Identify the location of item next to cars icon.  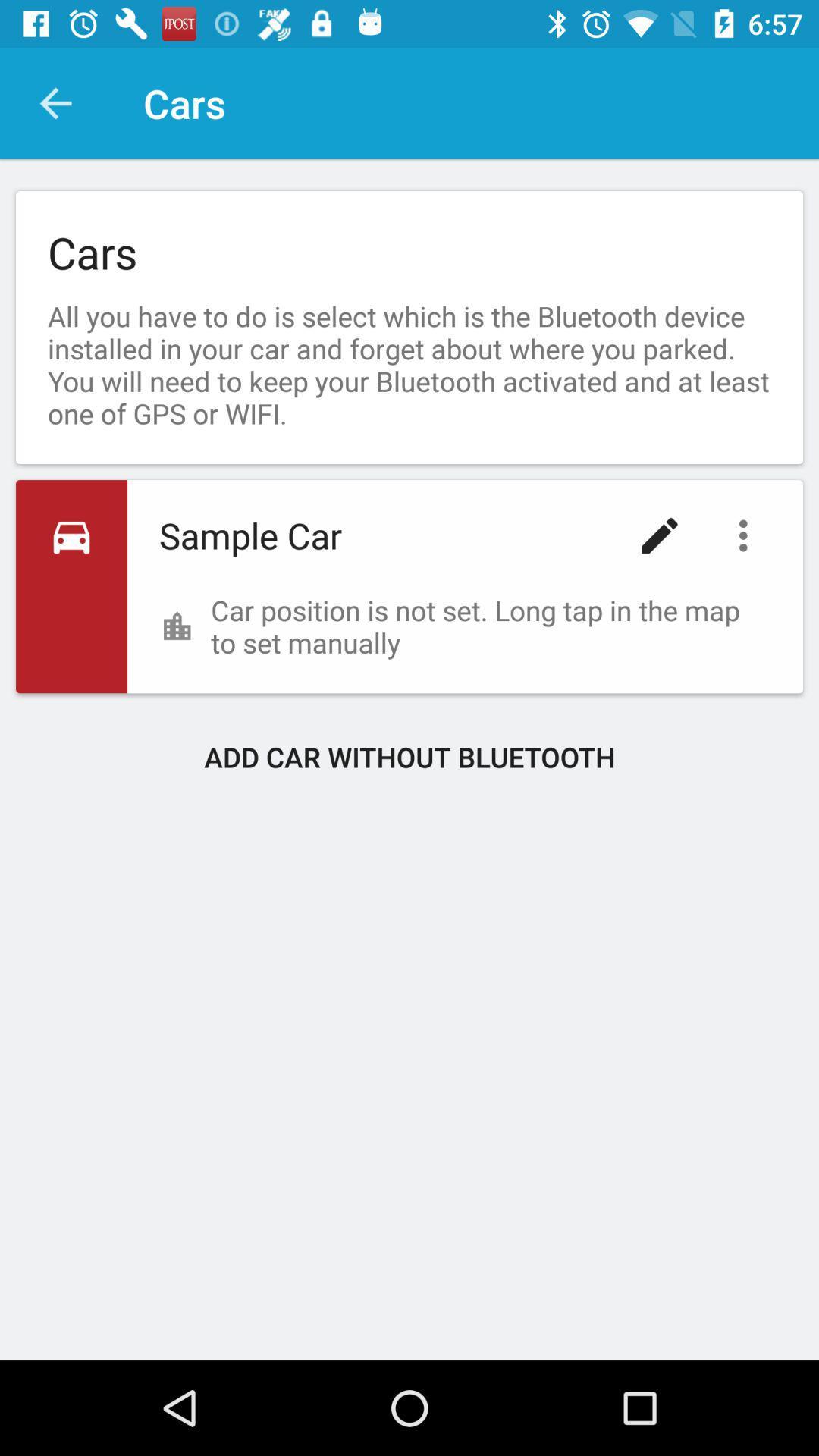
(55, 102).